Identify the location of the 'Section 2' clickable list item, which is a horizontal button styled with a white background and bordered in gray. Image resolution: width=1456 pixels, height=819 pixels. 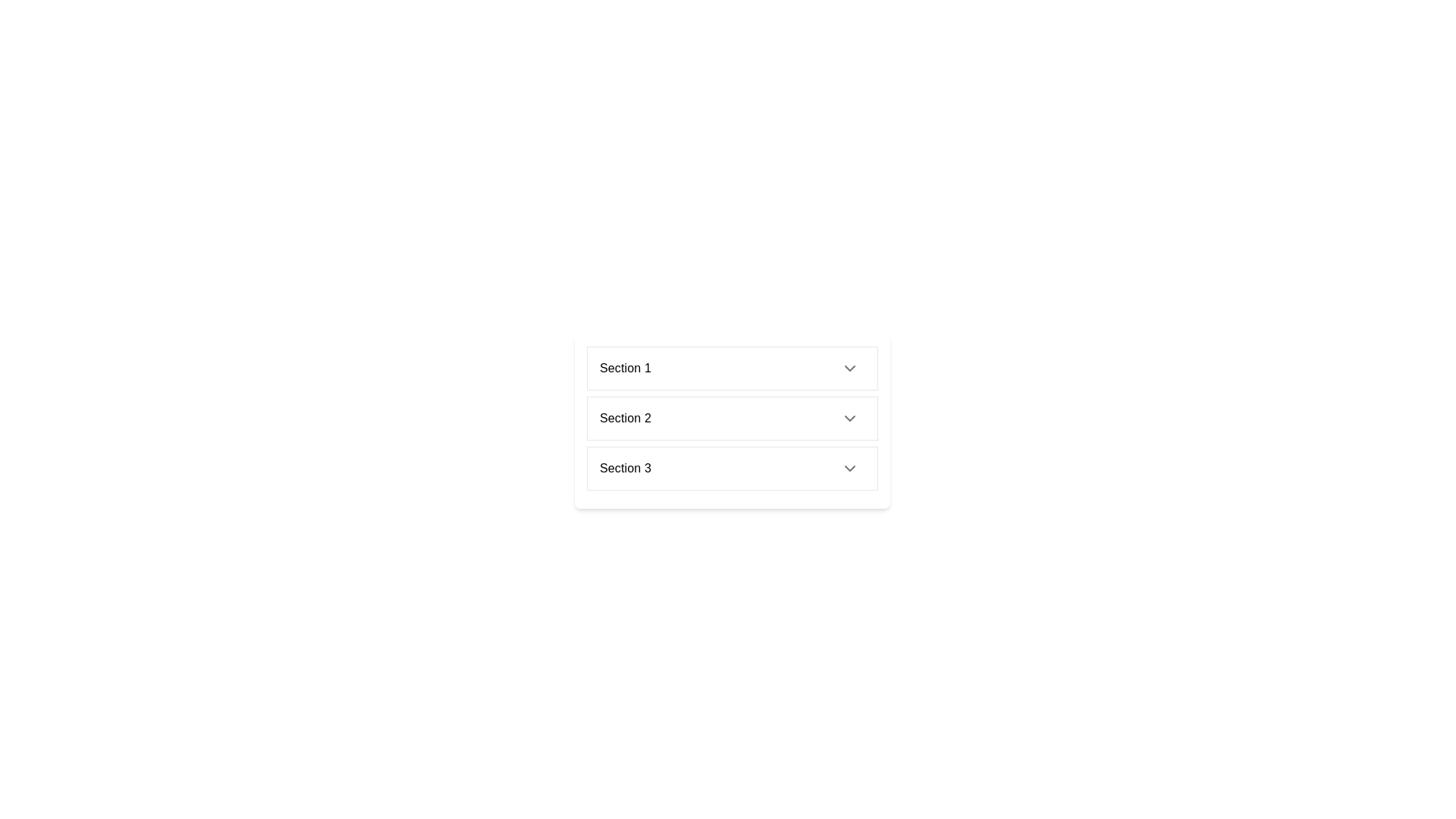
(732, 418).